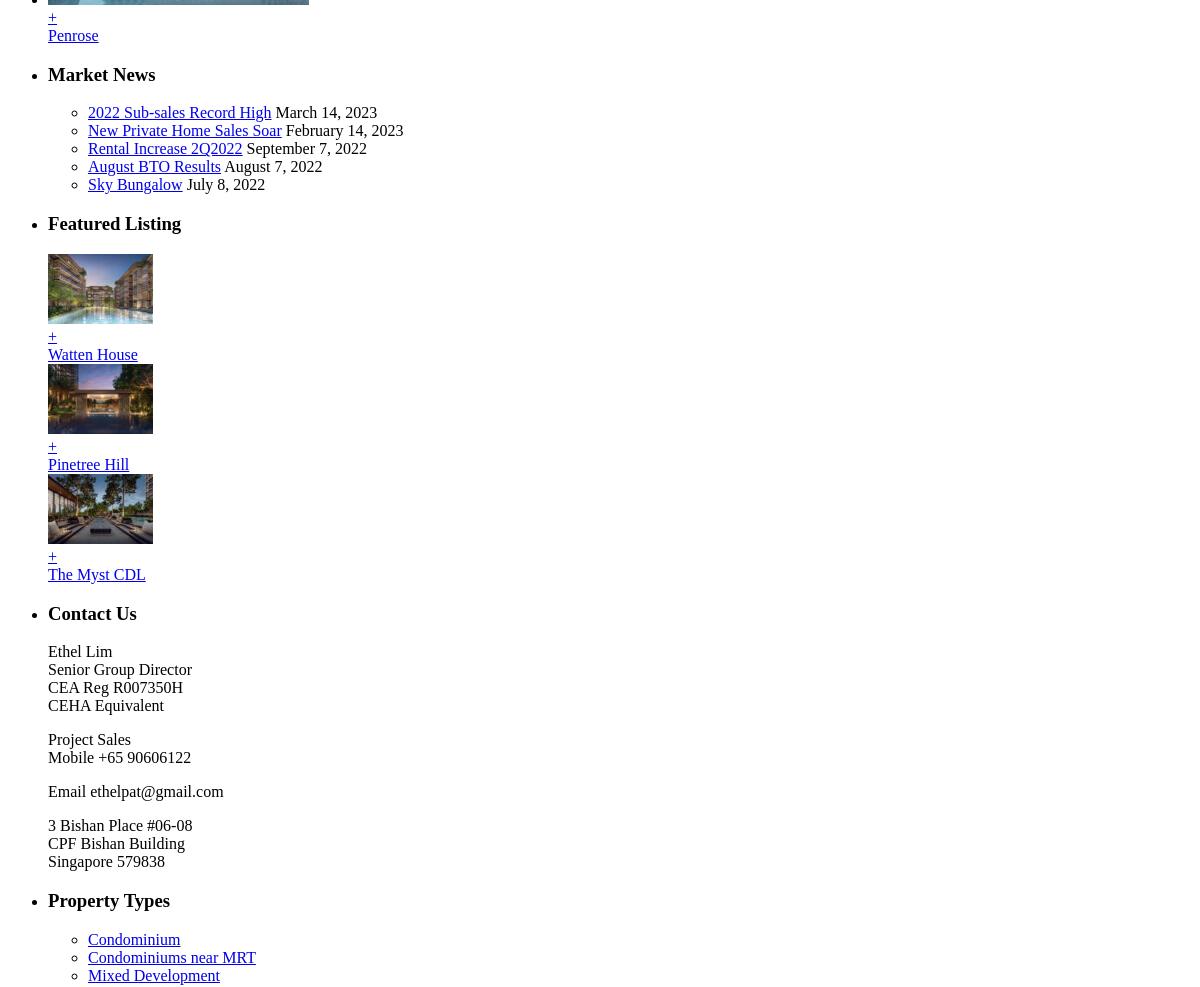 The image size is (1200, 987). Describe the element at coordinates (178, 112) in the screenshot. I see `'2022 Sub-sales Record High'` at that location.